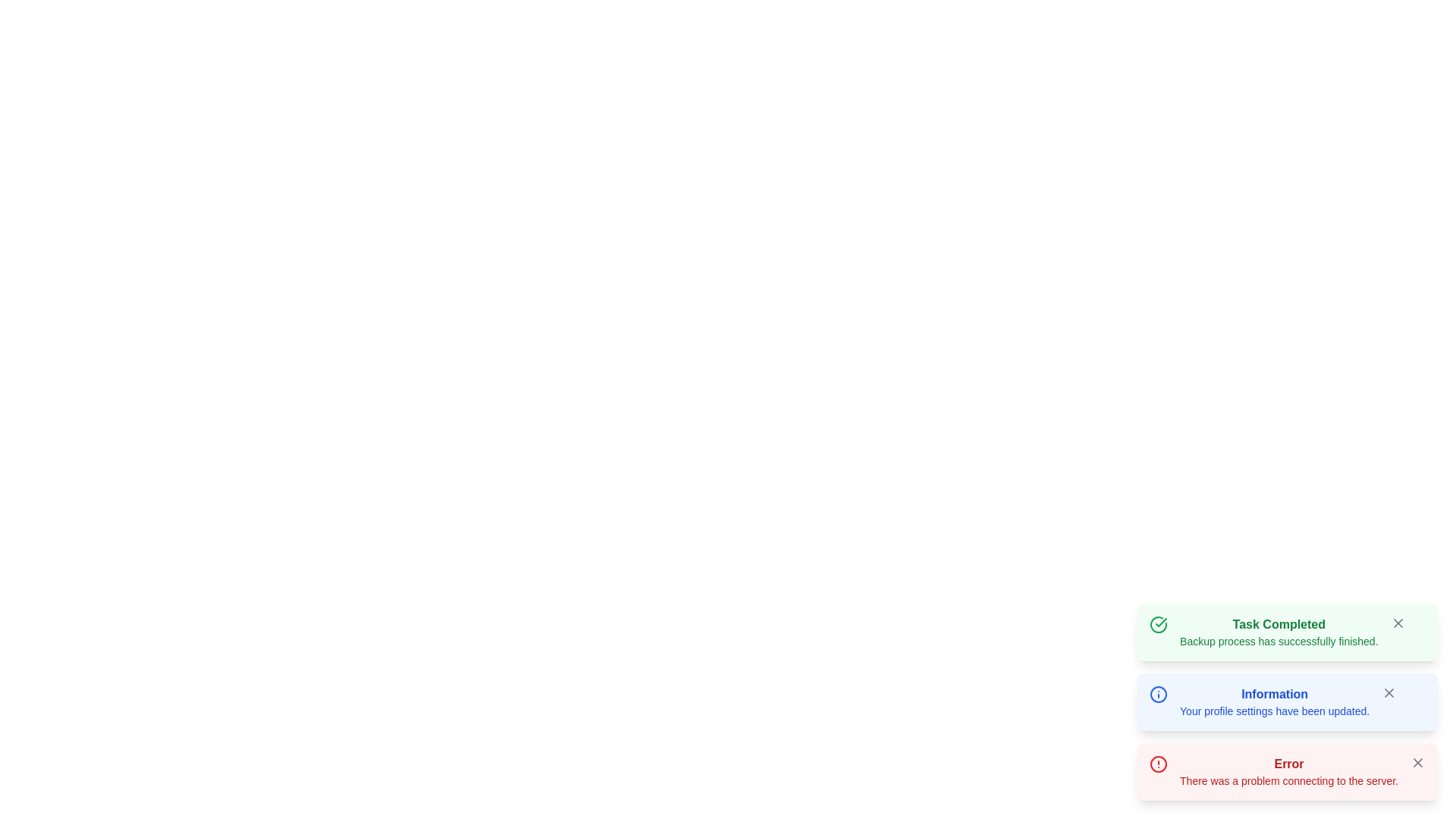 This screenshot has width=1456, height=819. I want to click on the close button located at the top-right corner of the error notification to change its color, so click(1417, 763).